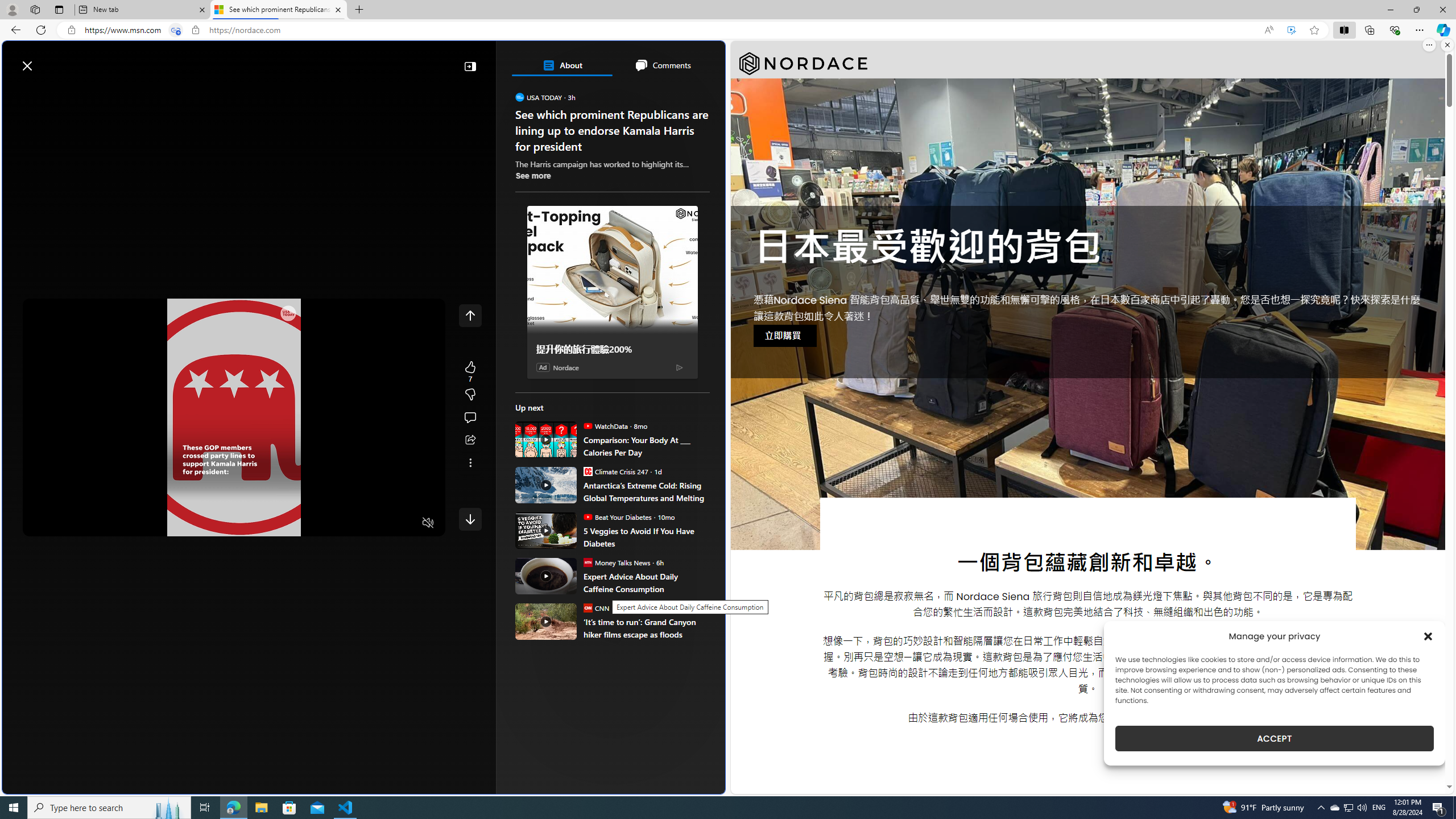 The width and height of the screenshot is (1456, 819). Describe the element at coordinates (646, 446) in the screenshot. I see `'Comparison: Your Body At ___ Calories Per Day'` at that location.